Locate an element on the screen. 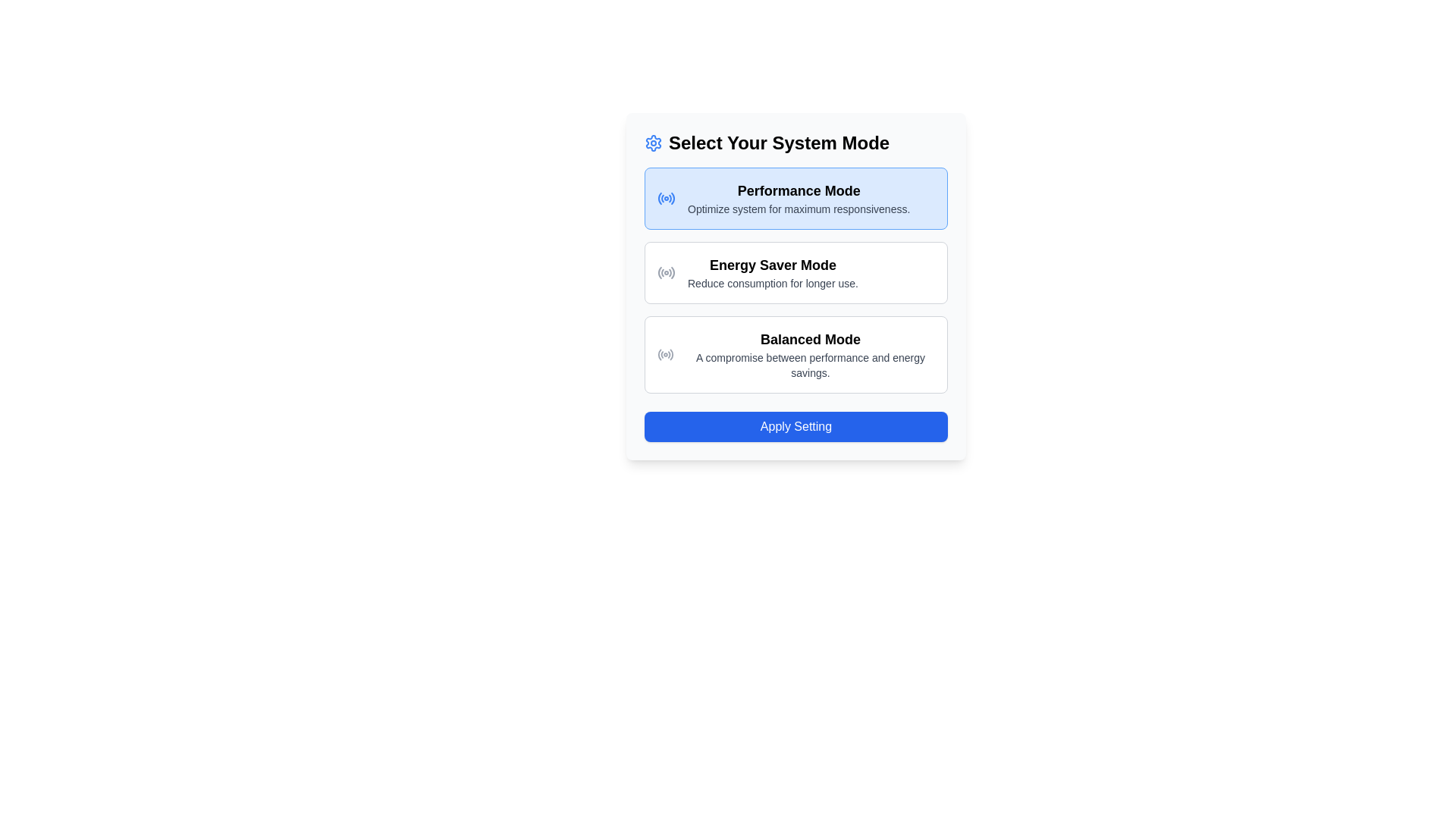  the selectable option titled 'Performance Mode' with the description 'Optimize system for maximum responsiveness.' which is displayed on a light blue background card in the second row of the UI is located at coordinates (798, 198).